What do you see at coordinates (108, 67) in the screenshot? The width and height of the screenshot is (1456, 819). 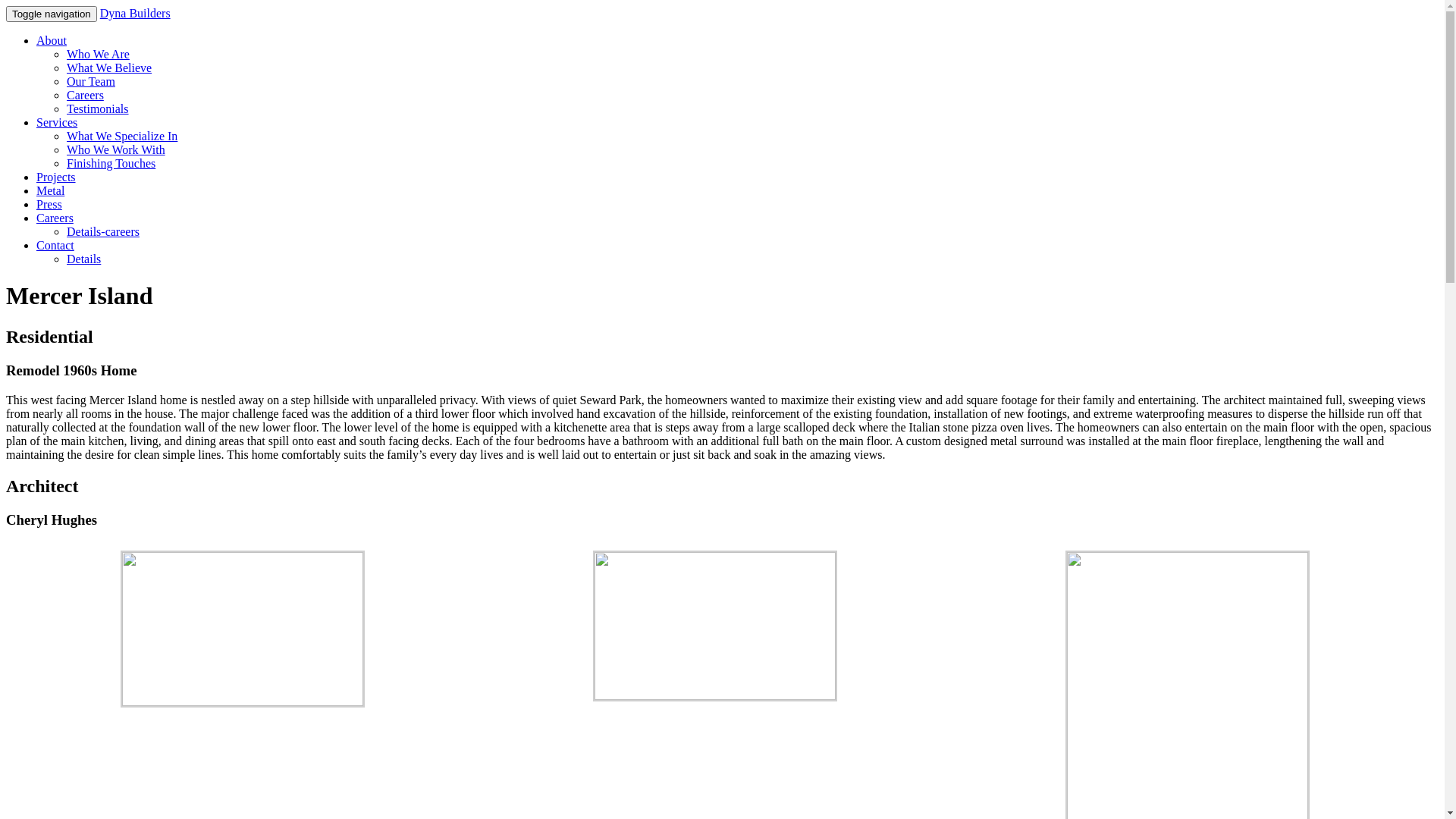 I see `'What We Believe'` at bounding box center [108, 67].